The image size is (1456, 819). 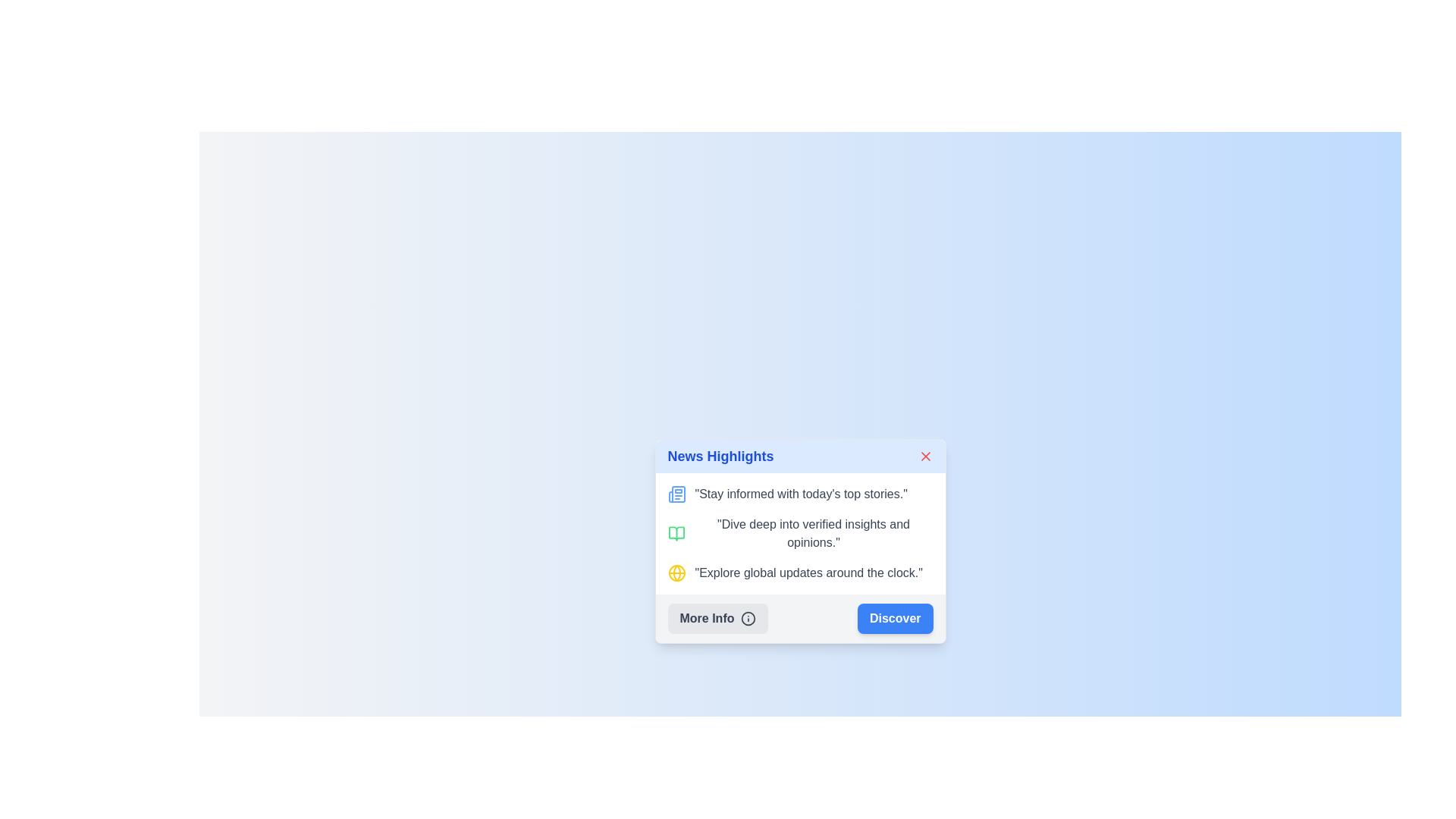 What do you see at coordinates (895, 619) in the screenshot?
I see `the 'Discover' button located in the gray footer section of the 'News Highlights' pop-up` at bounding box center [895, 619].